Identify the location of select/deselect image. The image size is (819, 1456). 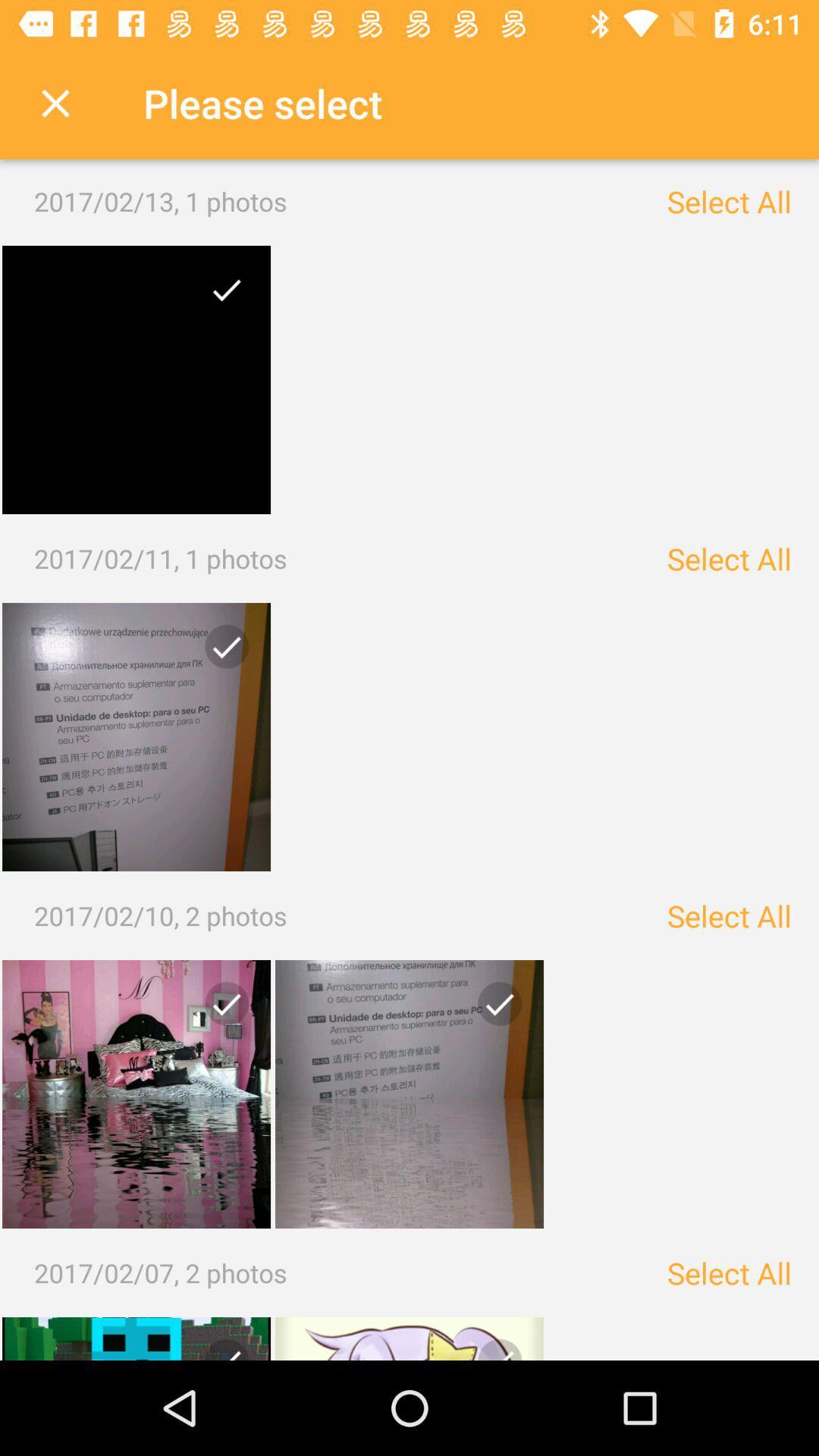
(136, 736).